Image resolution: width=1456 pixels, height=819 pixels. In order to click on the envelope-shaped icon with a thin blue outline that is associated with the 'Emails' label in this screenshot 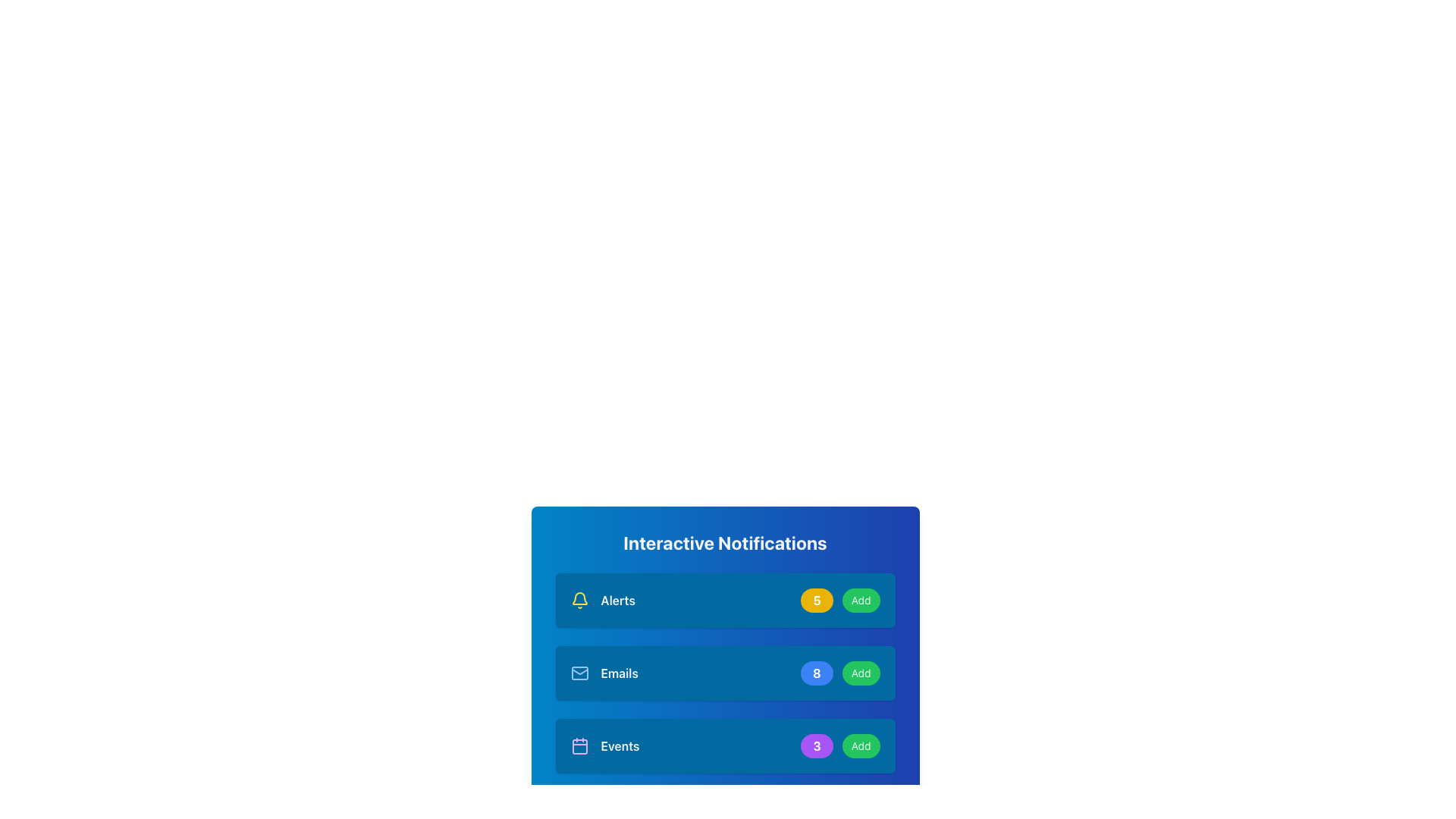, I will do `click(579, 672)`.